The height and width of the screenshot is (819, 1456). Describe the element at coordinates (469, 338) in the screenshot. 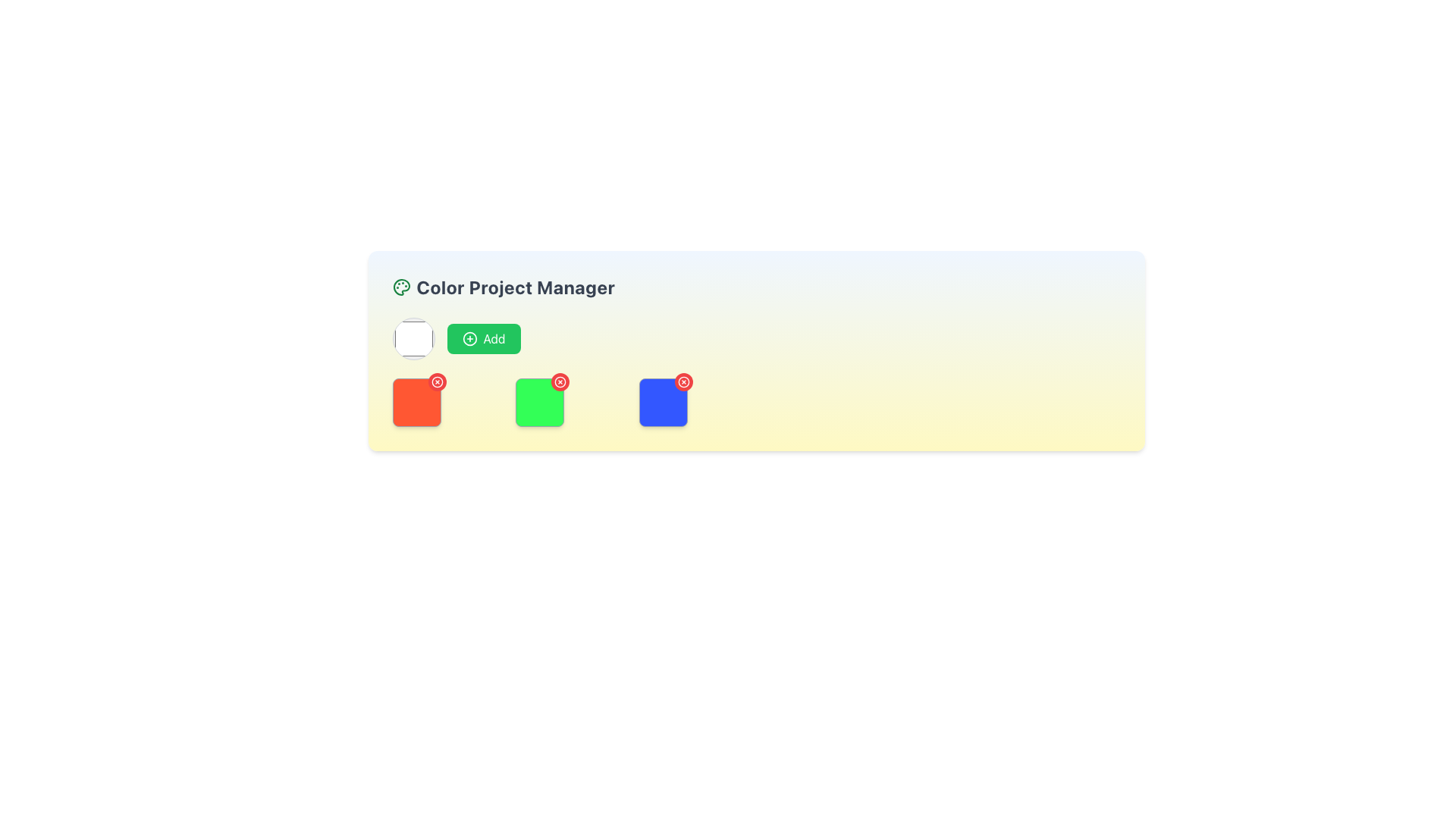

I see `the 'Add' button located below the title 'Color Project Manager', which is accompanied by a decorative icon on its left` at that location.